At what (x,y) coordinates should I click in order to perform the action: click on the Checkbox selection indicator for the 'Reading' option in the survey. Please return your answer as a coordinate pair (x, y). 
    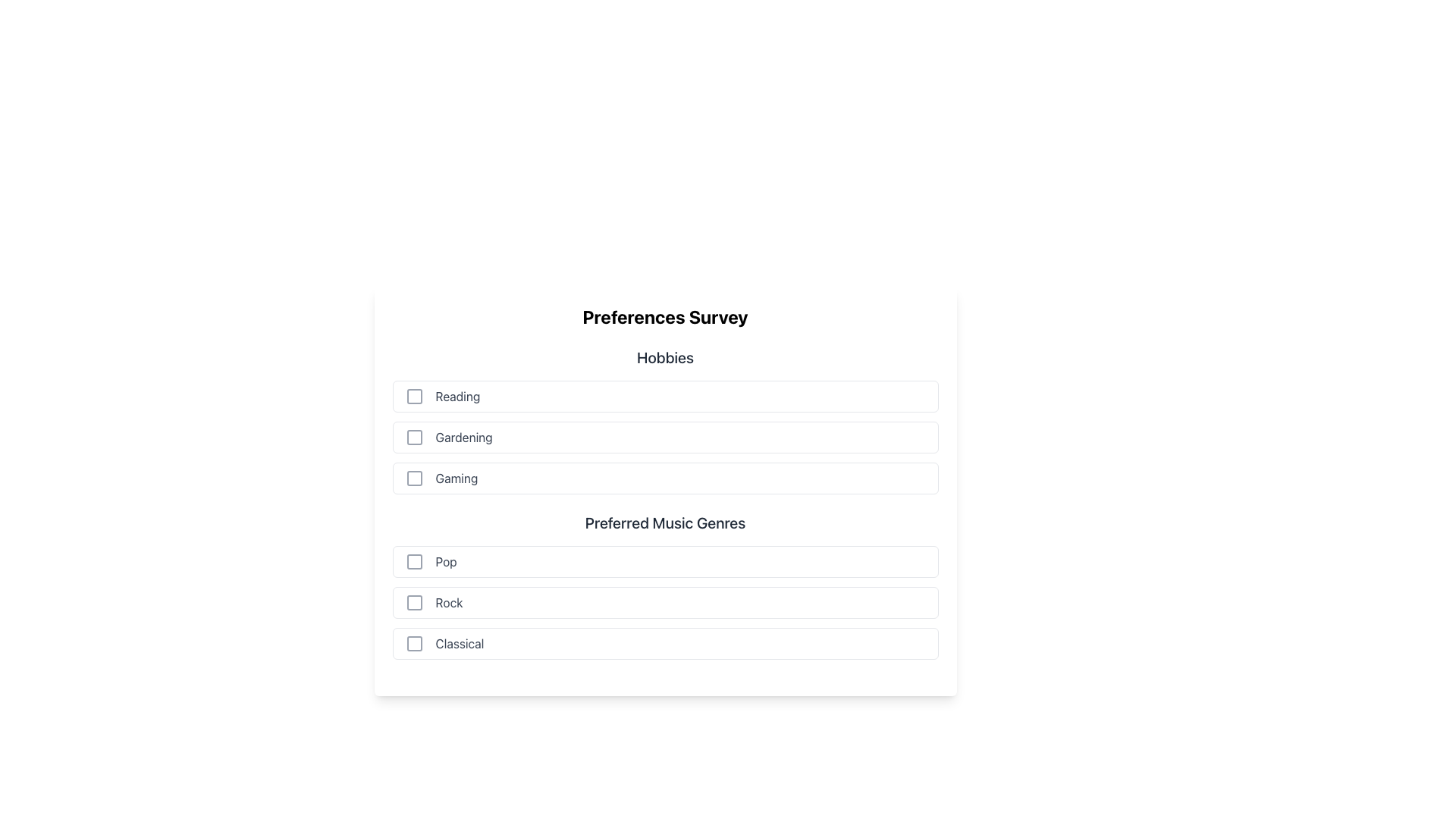
    Looking at the image, I should click on (414, 396).